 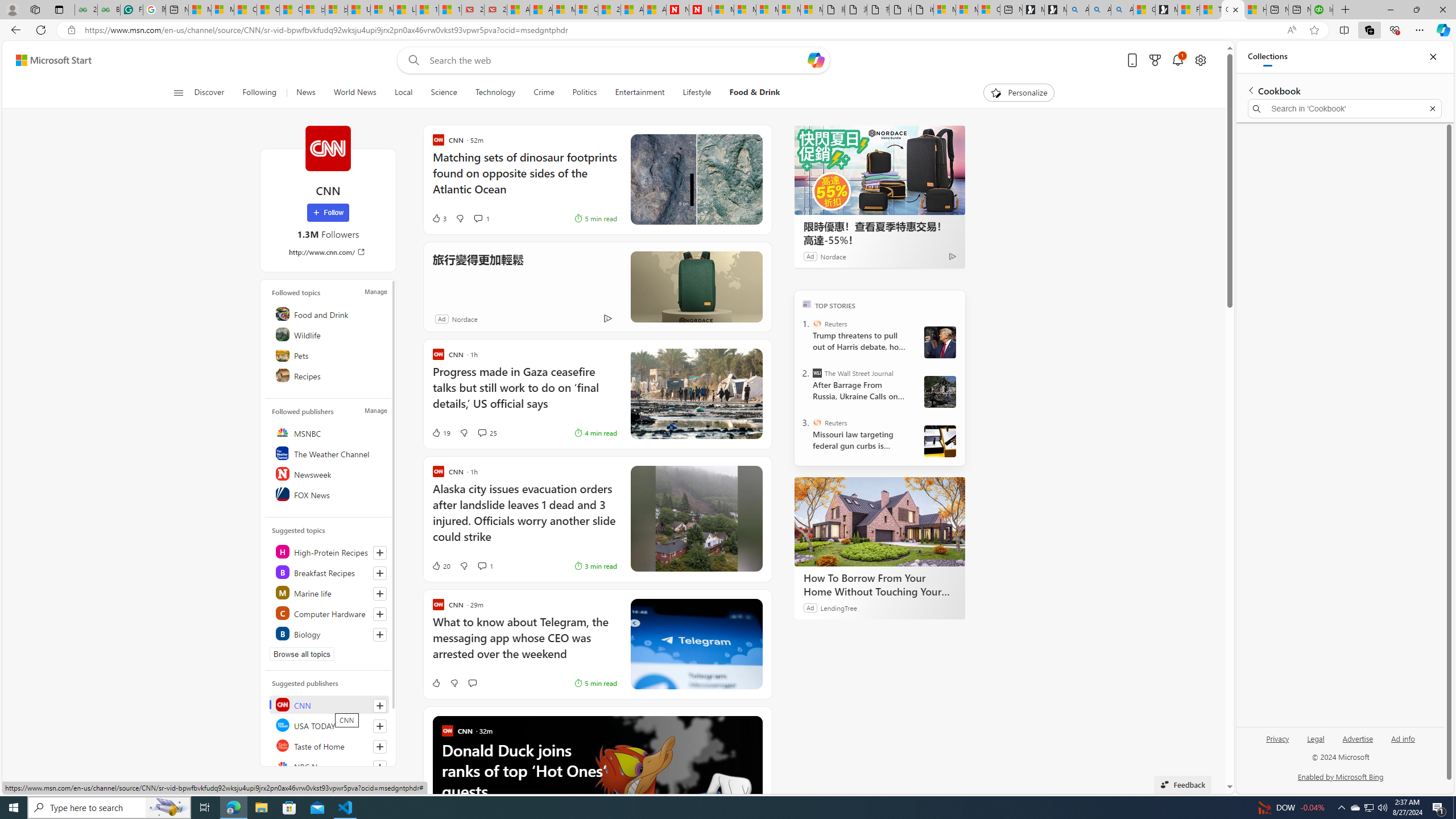 I want to click on 'Legal', so click(x=1316, y=738).